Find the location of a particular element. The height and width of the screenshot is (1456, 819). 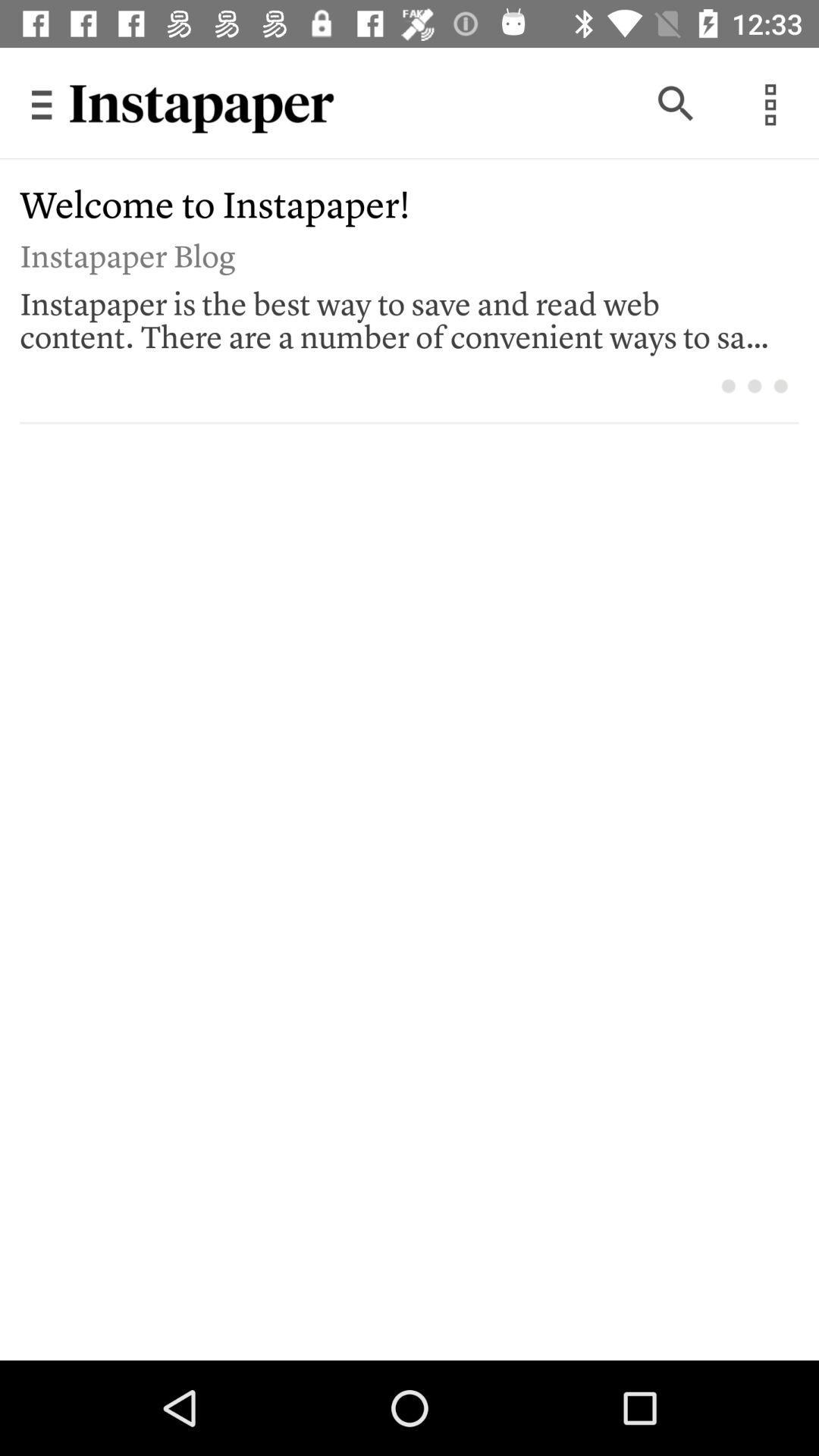

icon above the instapaper is the icon is located at coordinates (398, 253).